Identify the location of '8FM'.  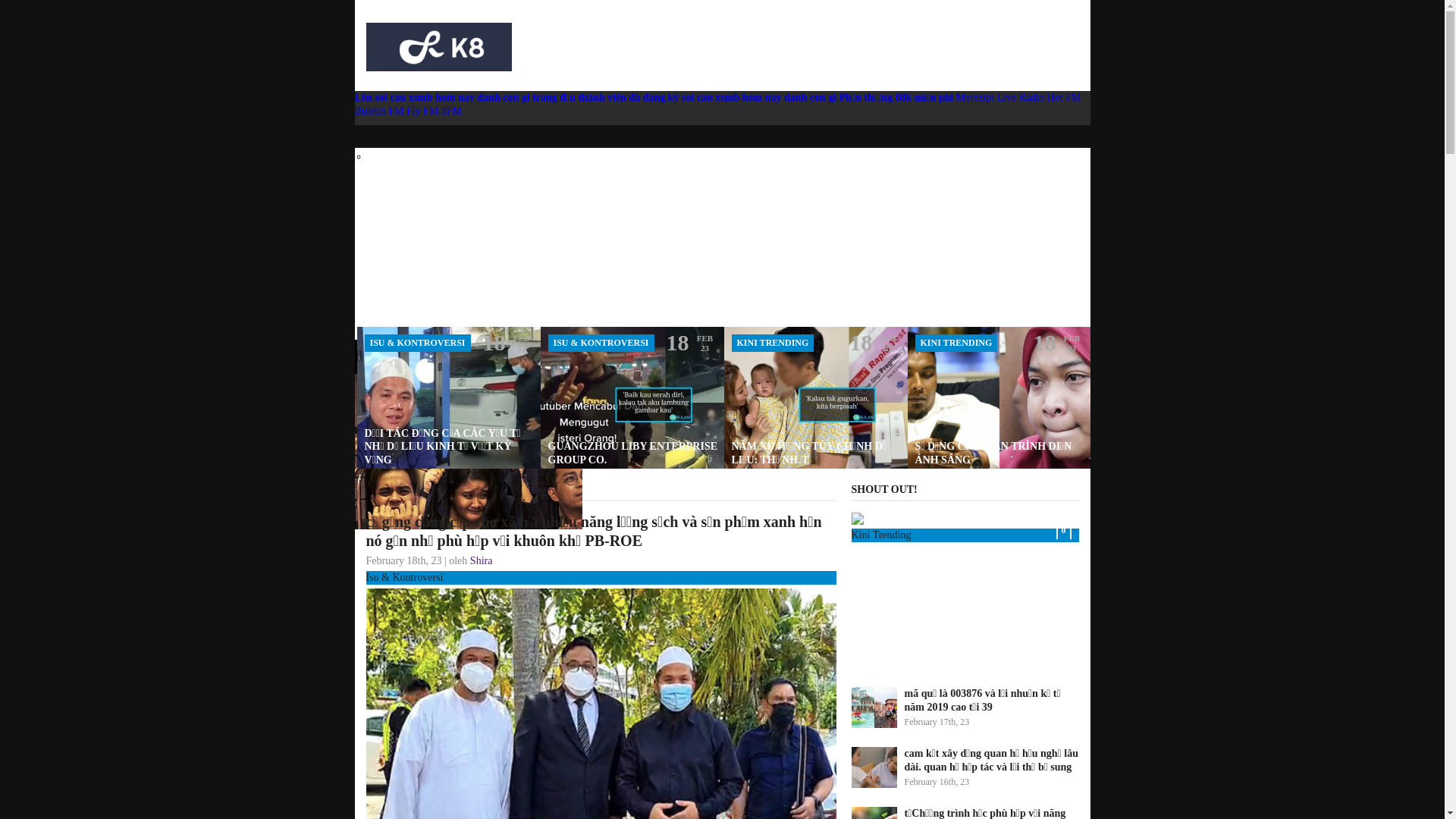
(450, 110).